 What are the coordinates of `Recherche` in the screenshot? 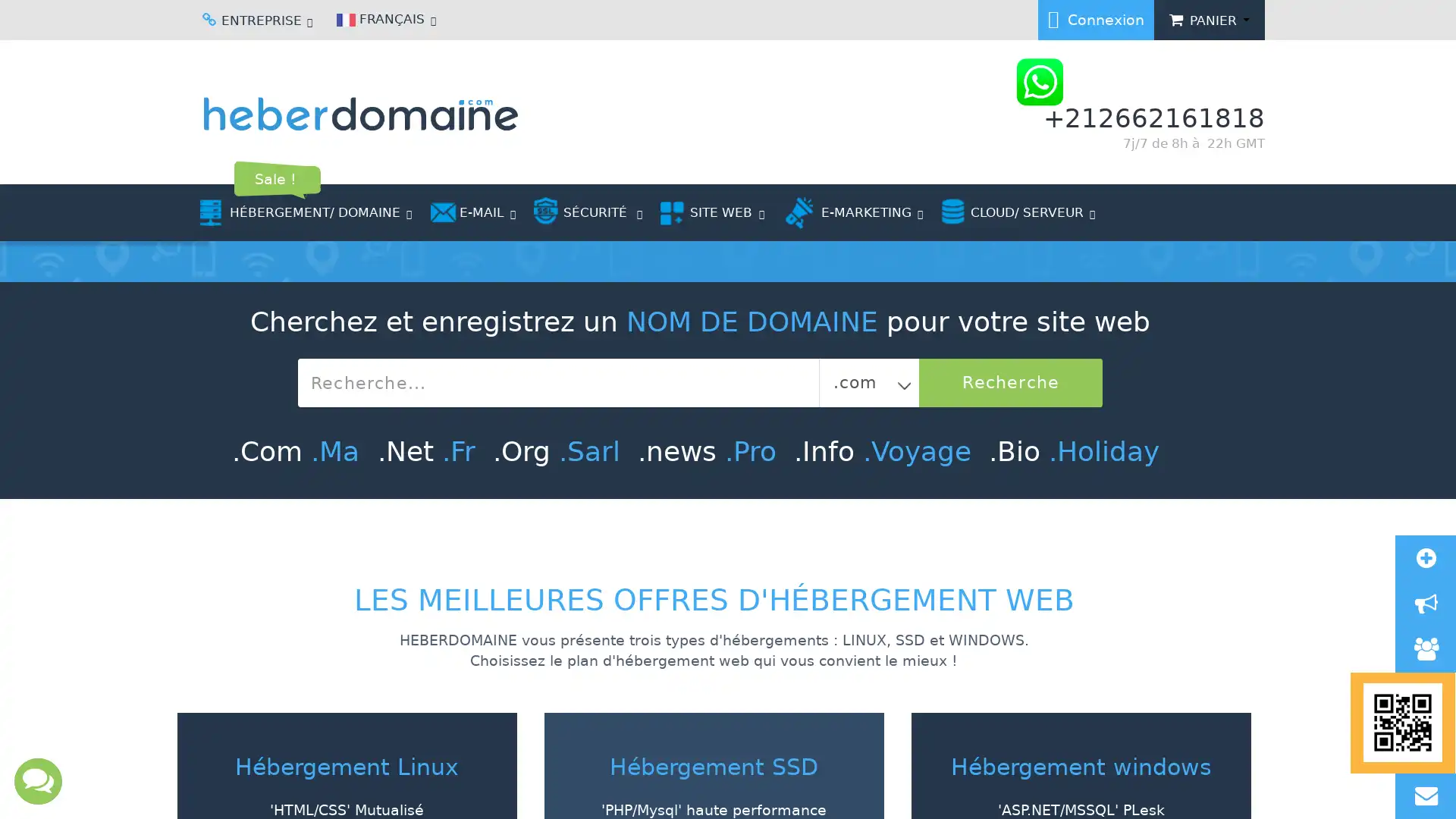 It's located at (833, 669).